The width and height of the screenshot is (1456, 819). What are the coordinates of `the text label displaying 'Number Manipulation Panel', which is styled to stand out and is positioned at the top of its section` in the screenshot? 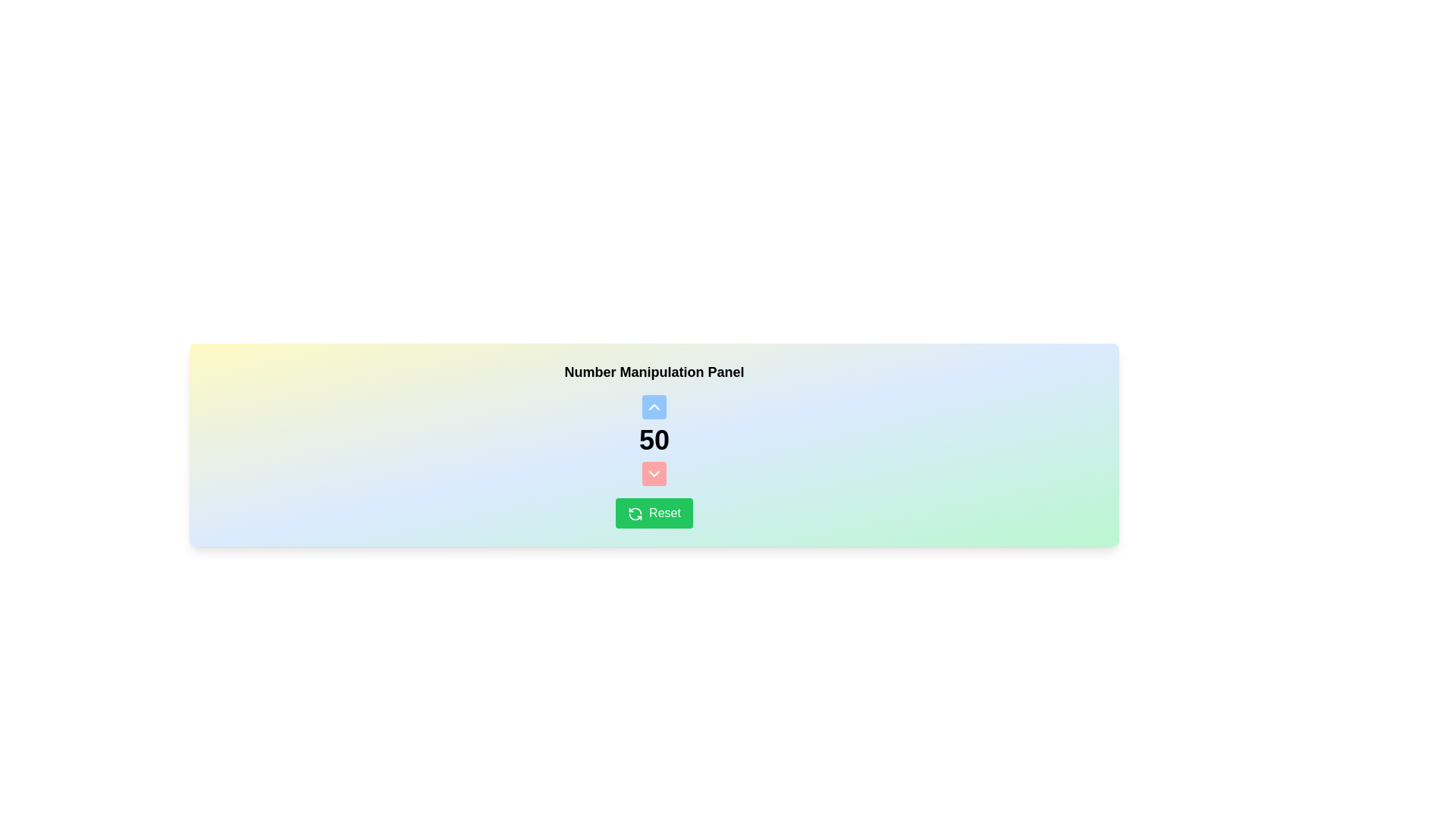 It's located at (654, 372).